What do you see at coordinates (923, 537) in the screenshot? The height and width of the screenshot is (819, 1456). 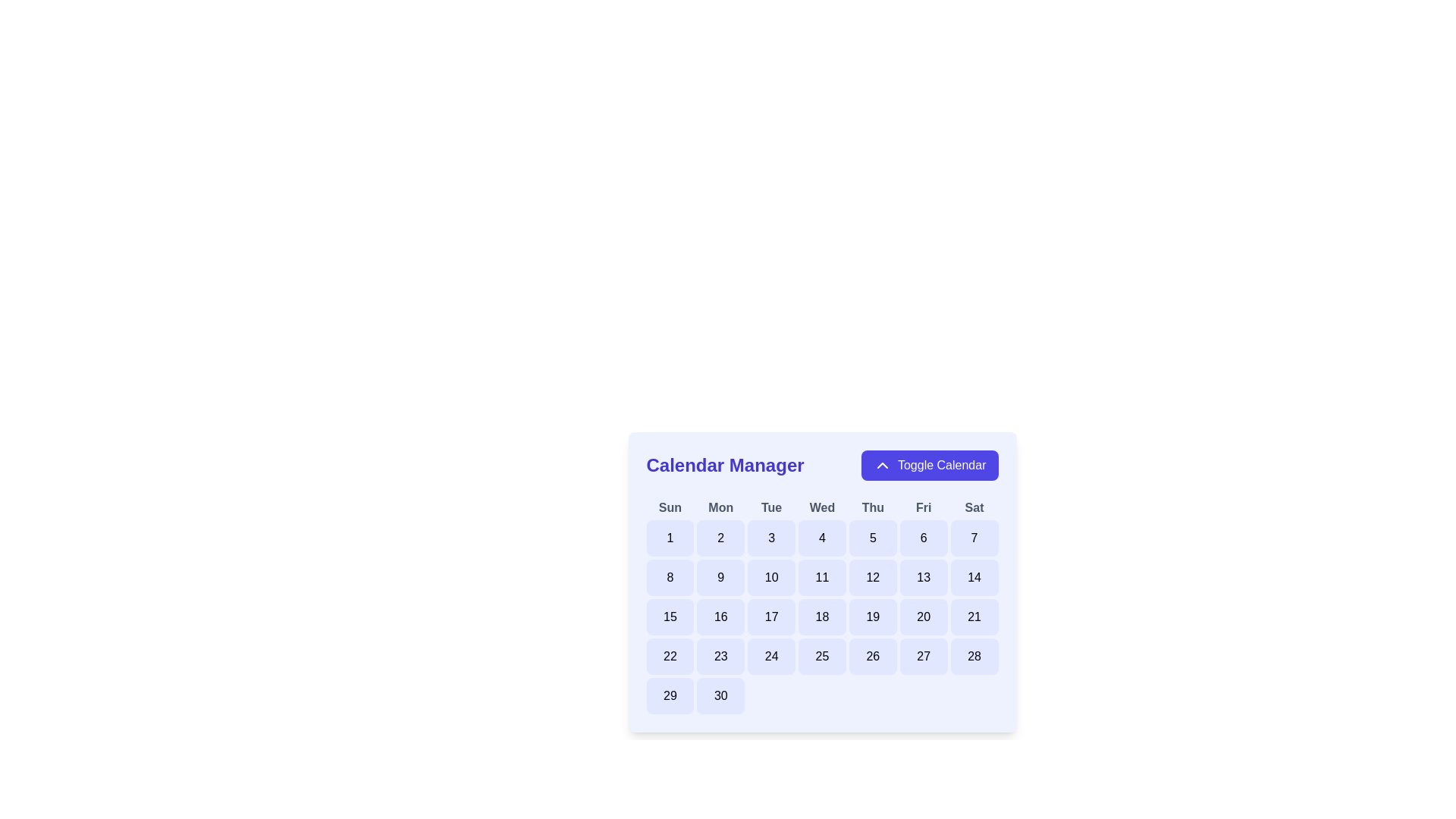 I see `the calendar date cell representing the day '6' to change its background color` at bounding box center [923, 537].